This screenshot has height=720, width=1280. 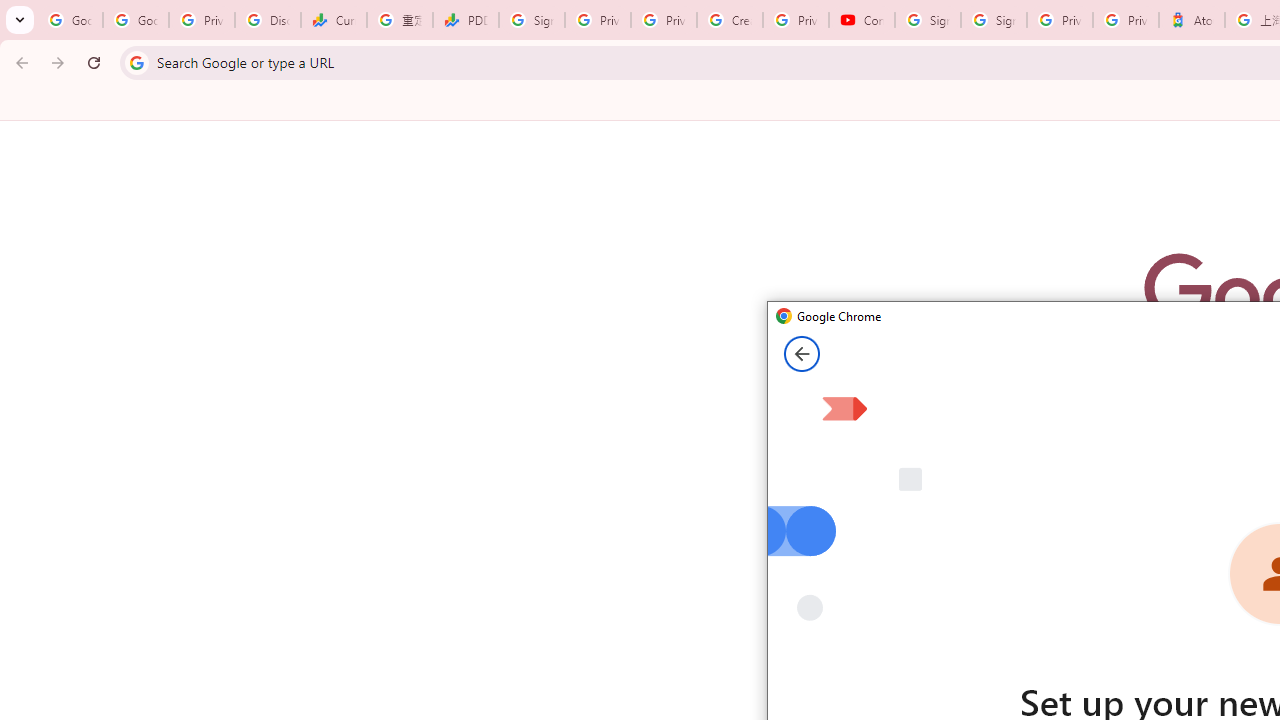 What do you see at coordinates (70, 20) in the screenshot?
I see `'Google Workspace Admin Community'` at bounding box center [70, 20].